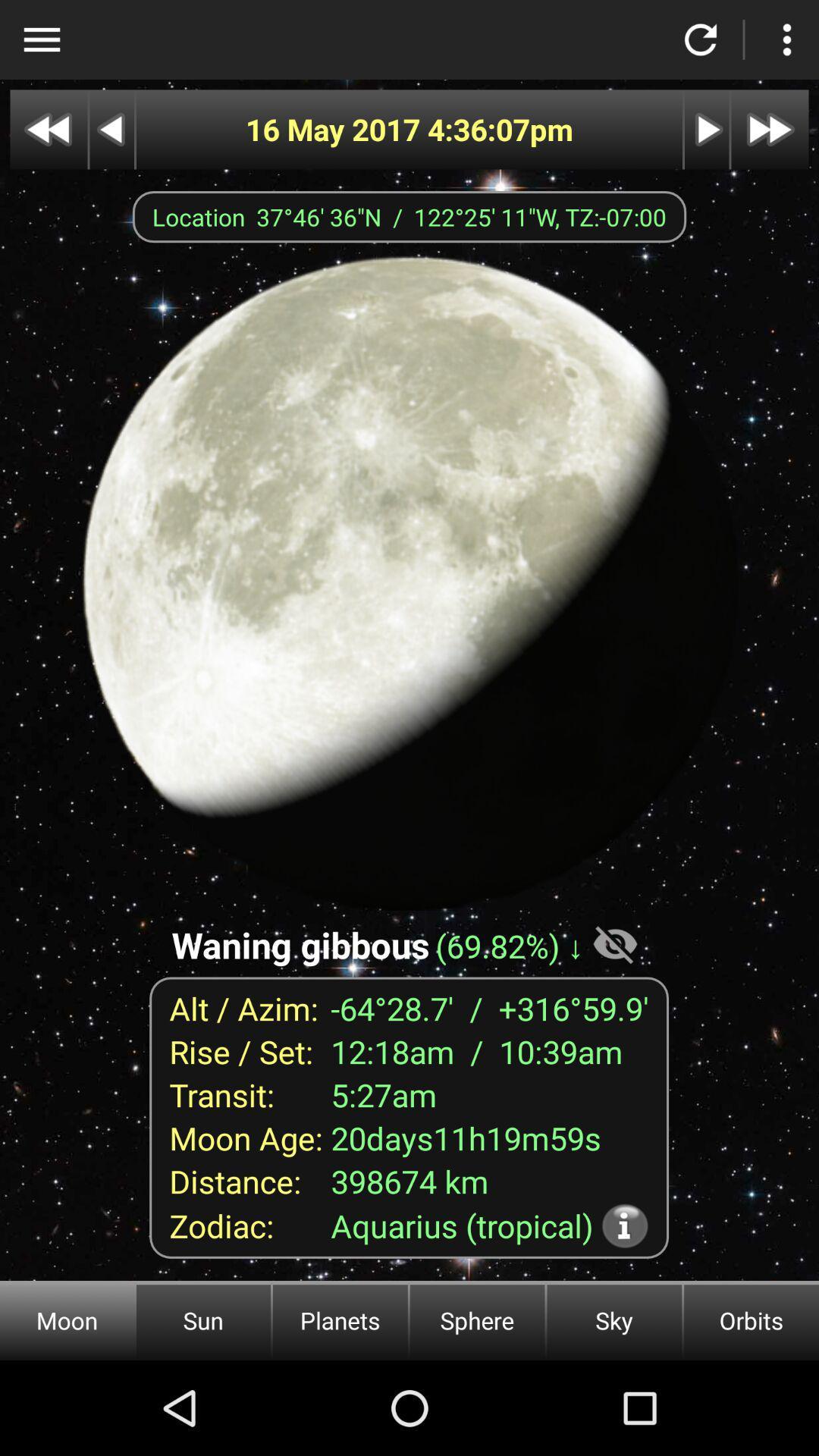 This screenshot has width=819, height=1456. Describe the element at coordinates (615, 943) in the screenshot. I see `the visibility icon` at that location.